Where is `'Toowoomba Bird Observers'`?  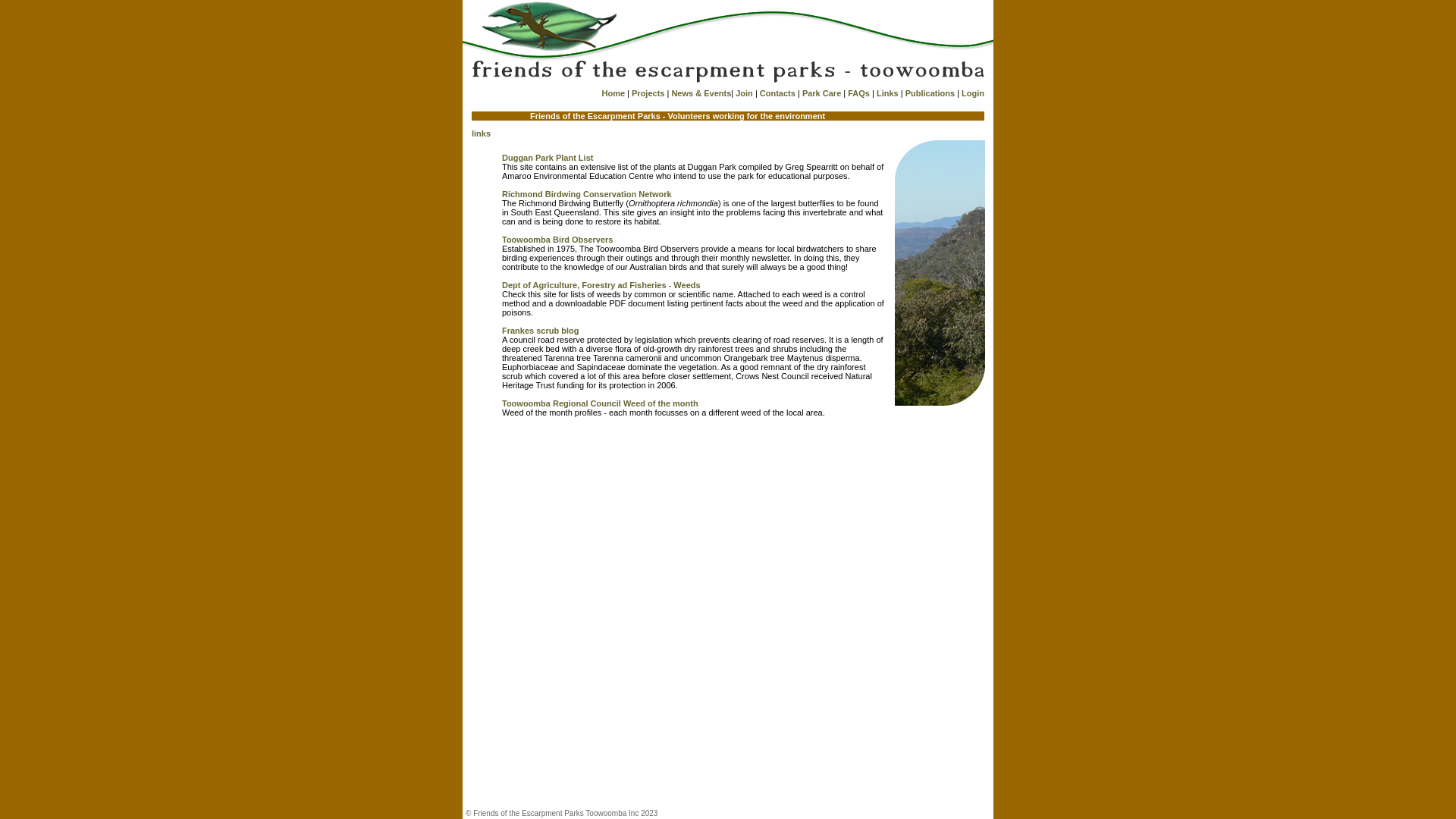
'Toowoomba Bird Observers' is located at coordinates (557, 239).